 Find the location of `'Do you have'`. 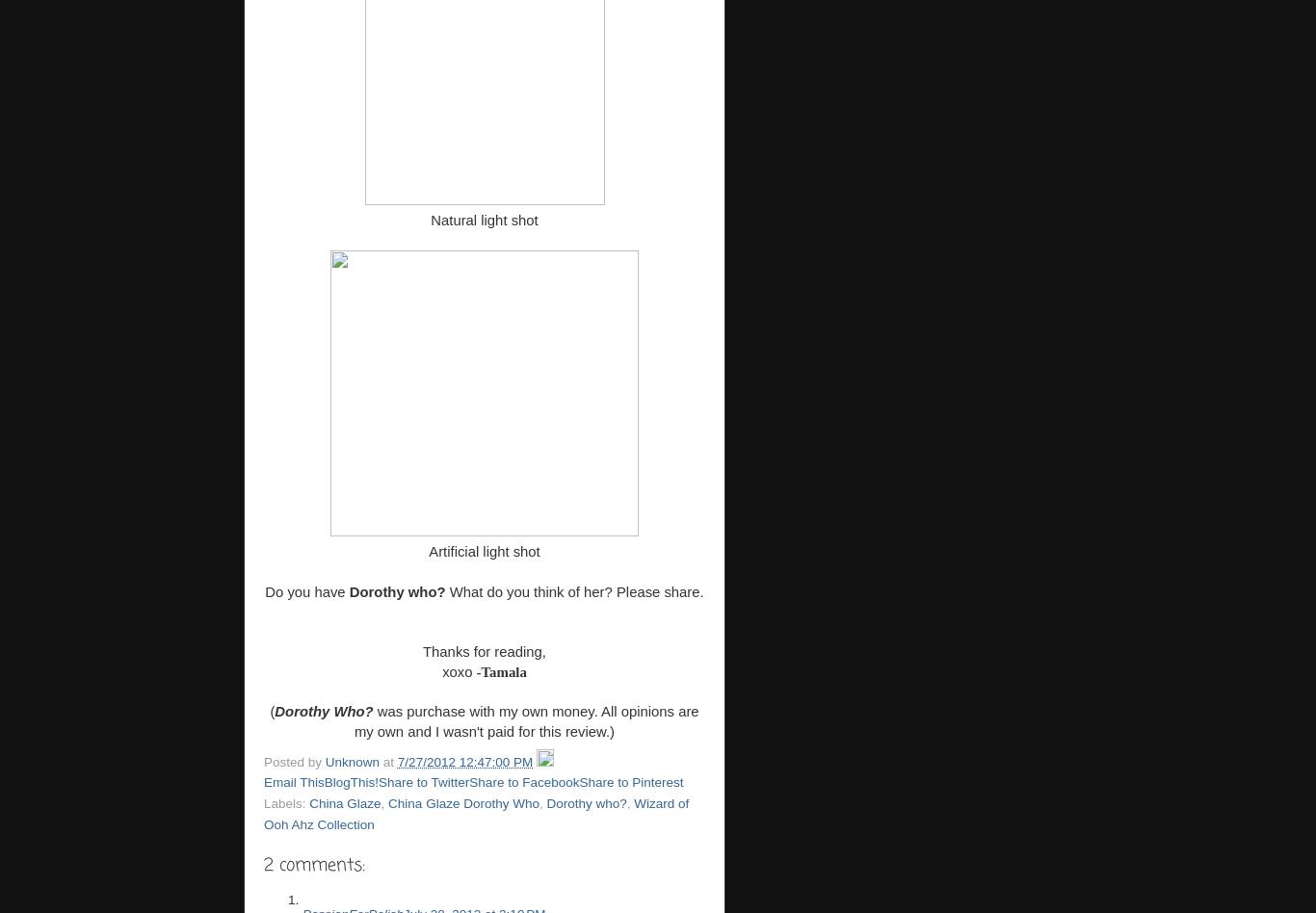

'Do you have' is located at coordinates (306, 590).